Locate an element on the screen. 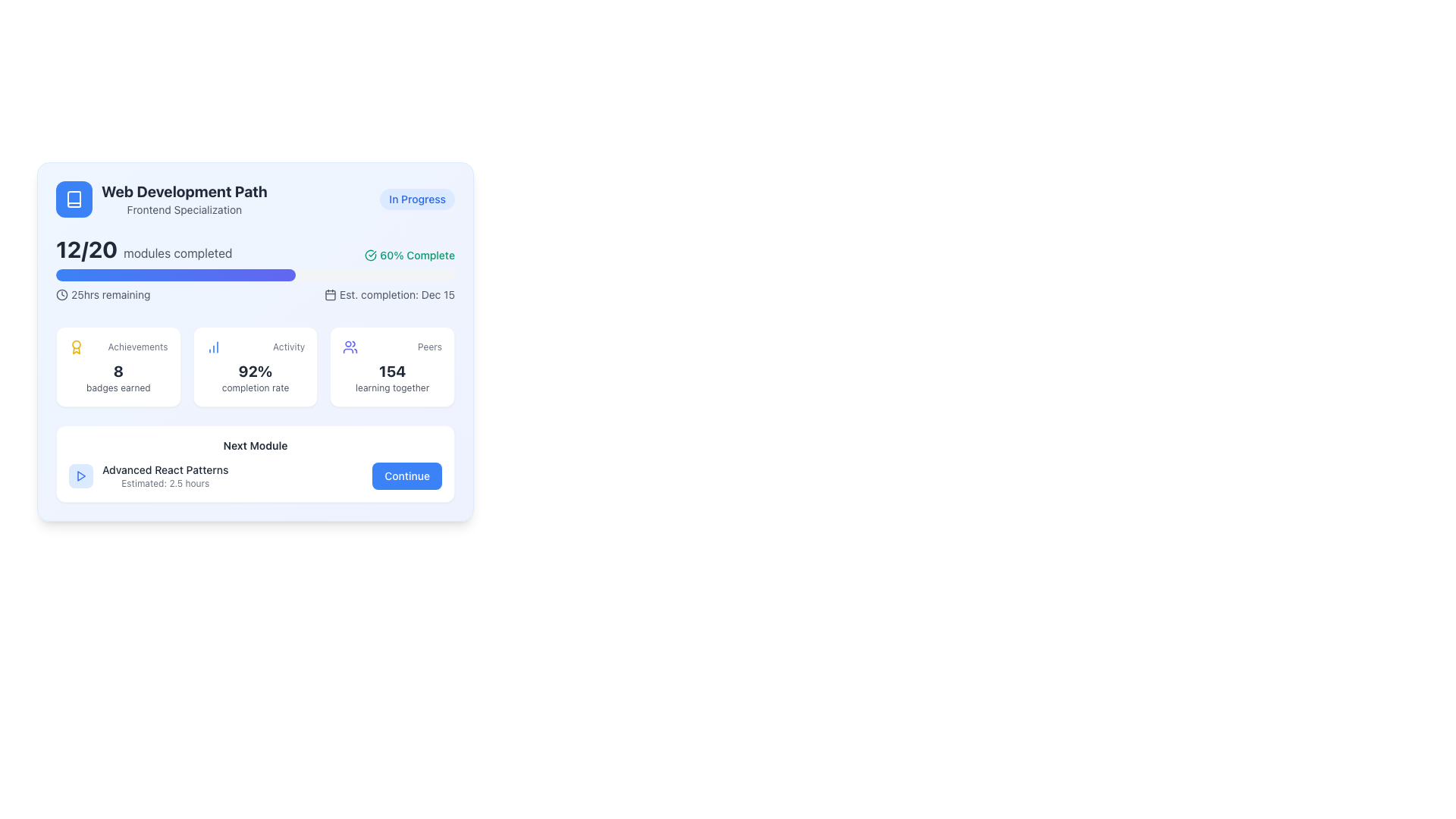  the static text label displaying the progress of modules completed, positioned in the top-left quadrant of the card layout, to the left of the text 'modules completed' is located at coordinates (86, 248).